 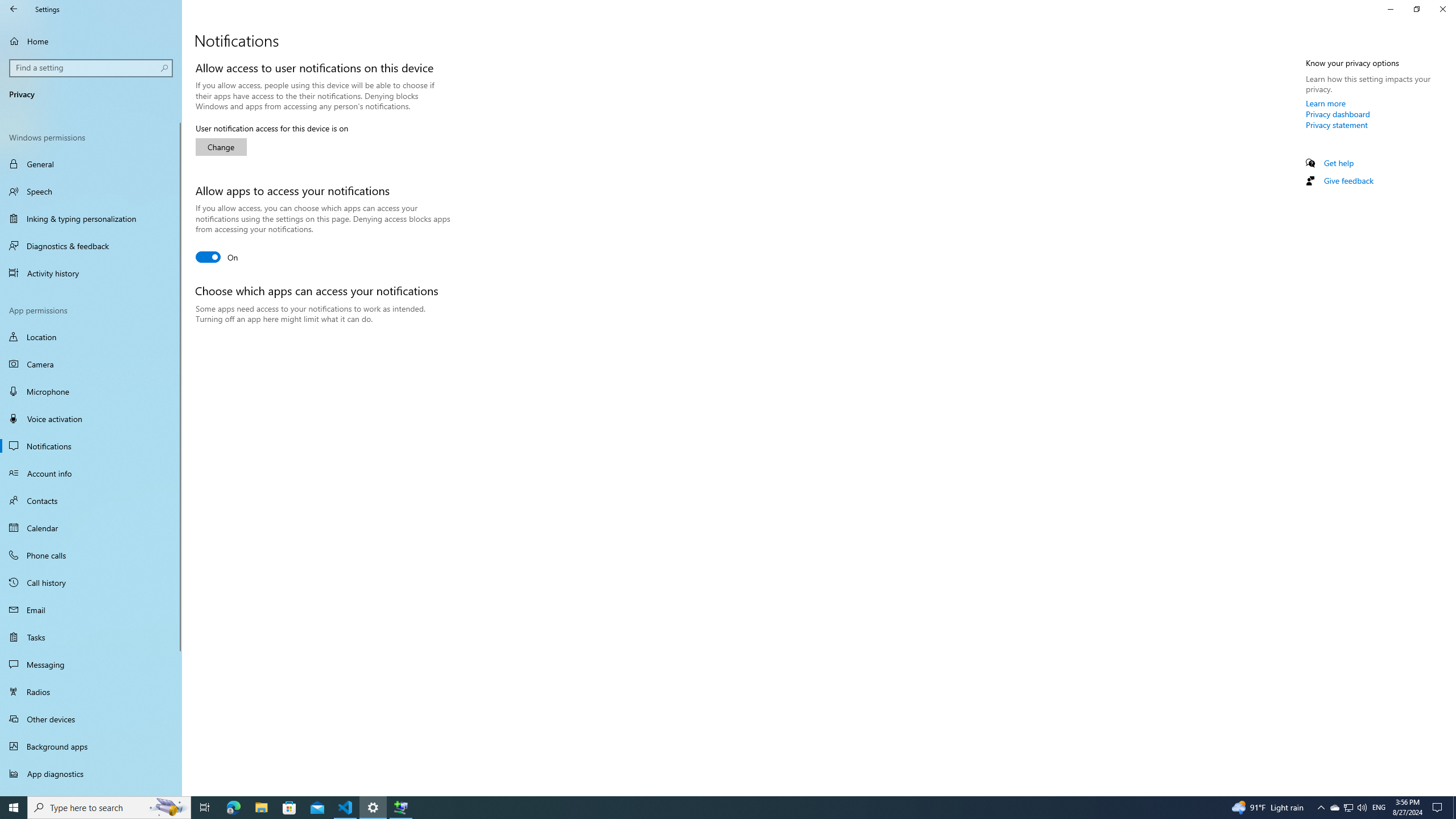 I want to click on 'Microphone', so click(x=90, y=390).